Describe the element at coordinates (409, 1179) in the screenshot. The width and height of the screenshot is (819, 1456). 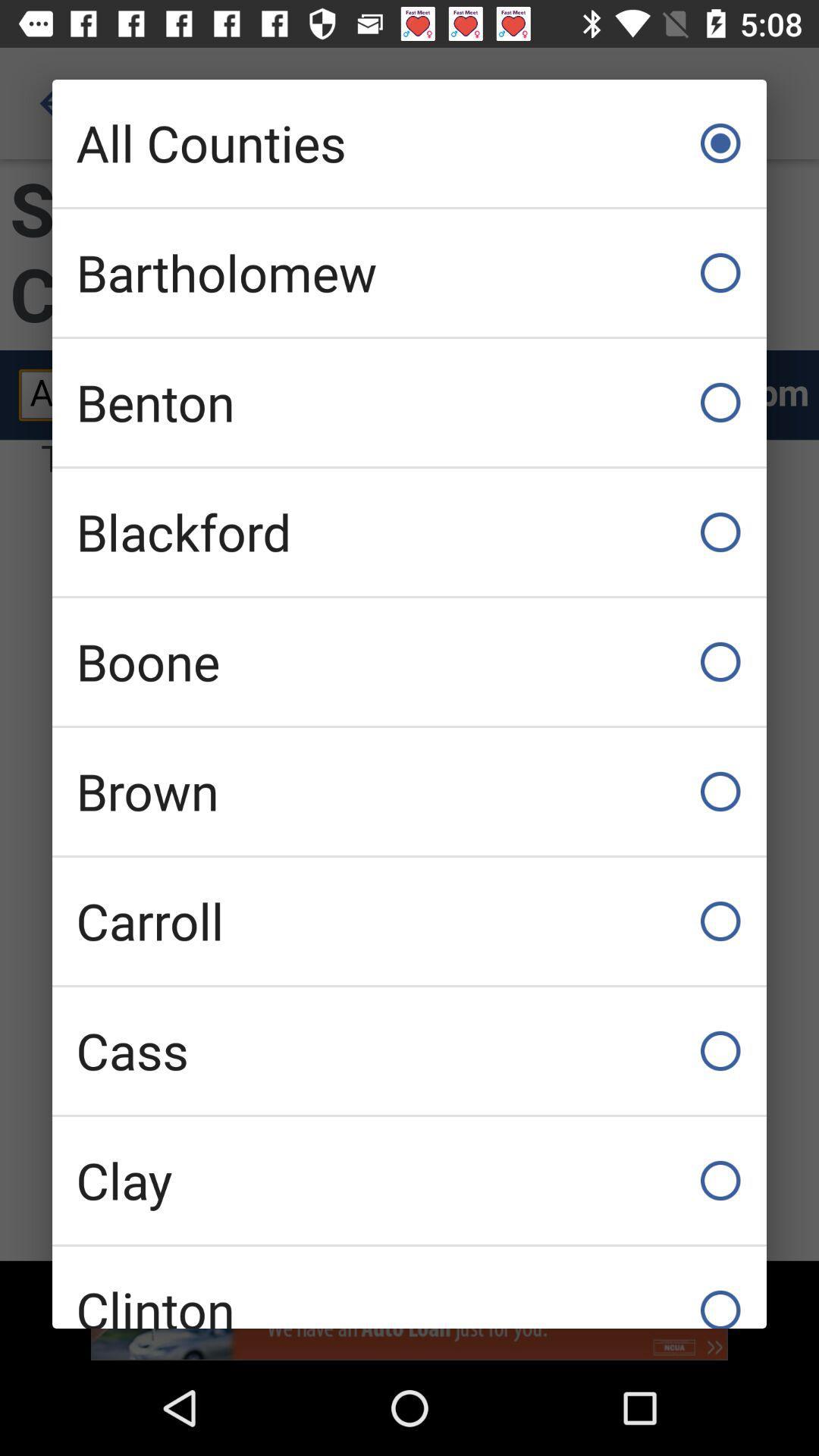
I see `icon above clinton` at that location.